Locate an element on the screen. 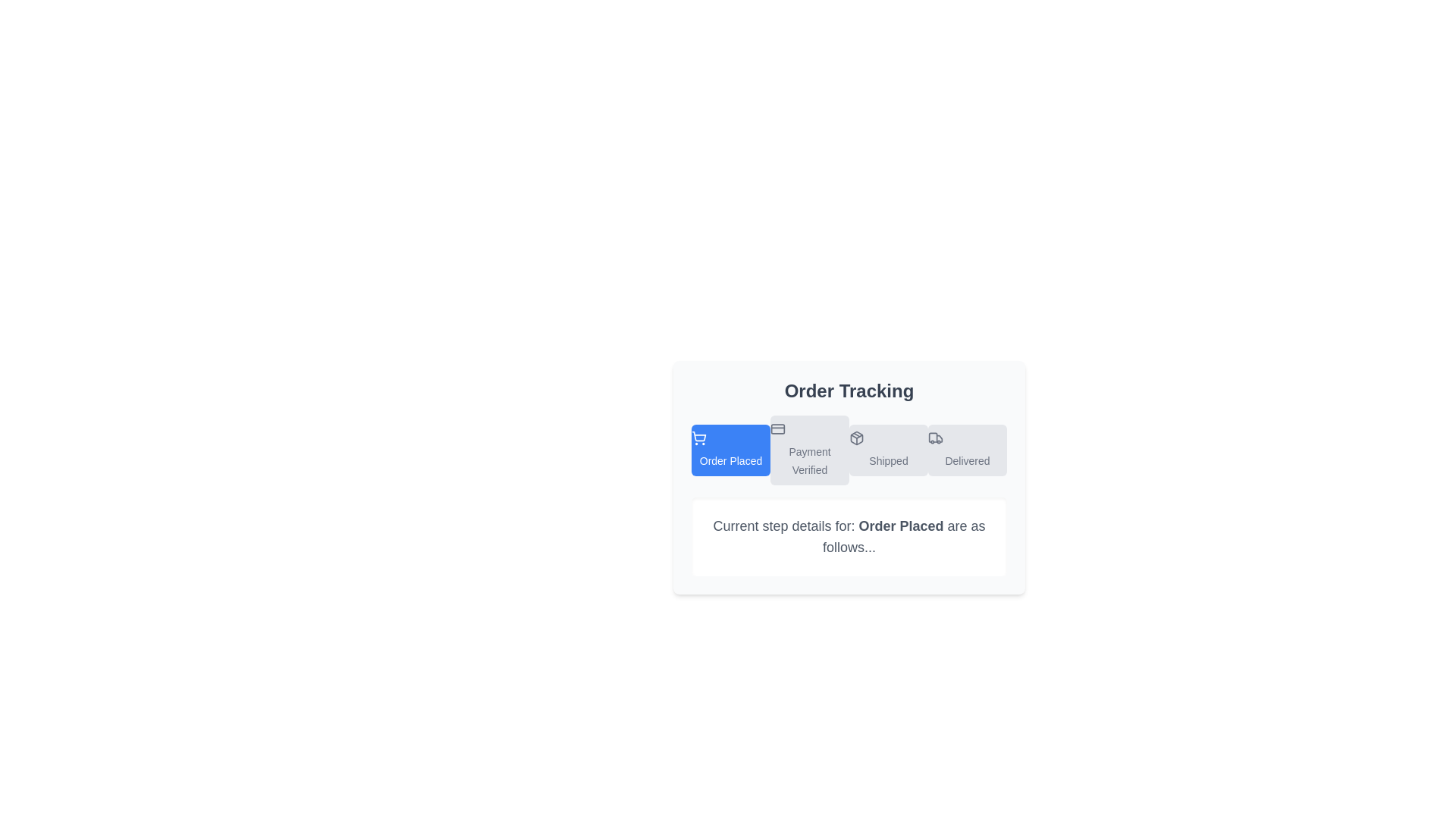 The image size is (1456, 819). the rectangular graphical element that signifies a graphical placeholder within the credit card icon, which is part of the 'Payment Verified' step in the process tracker is located at coordinates (778, 429).